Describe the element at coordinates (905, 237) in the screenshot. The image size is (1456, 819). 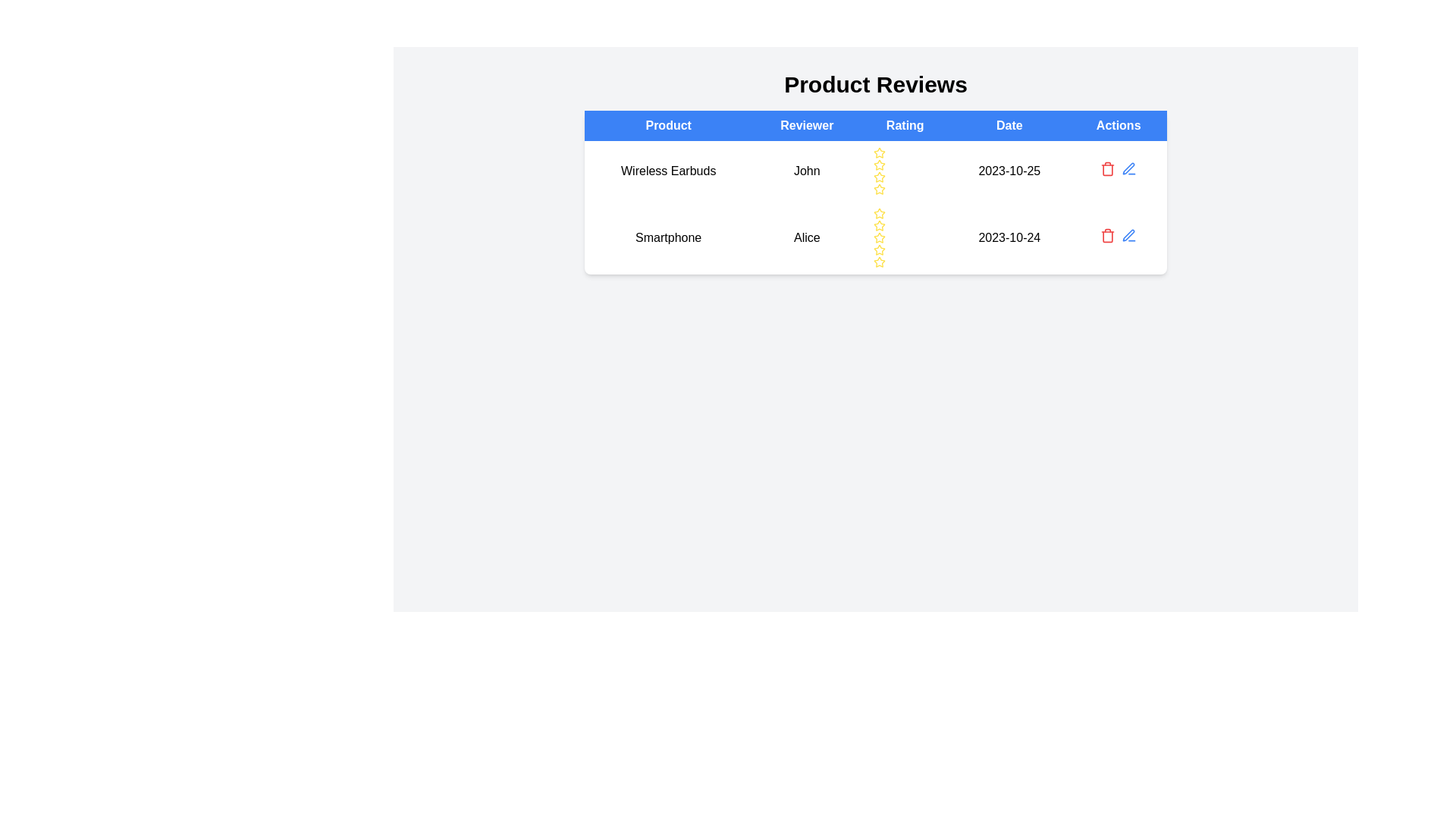
I see `on the stars in the Rating Widget located in the third column of the second row, positioned between 'Reviewer' column with 'Alice' and 'Date' column with '2023-10-24'` at that location.